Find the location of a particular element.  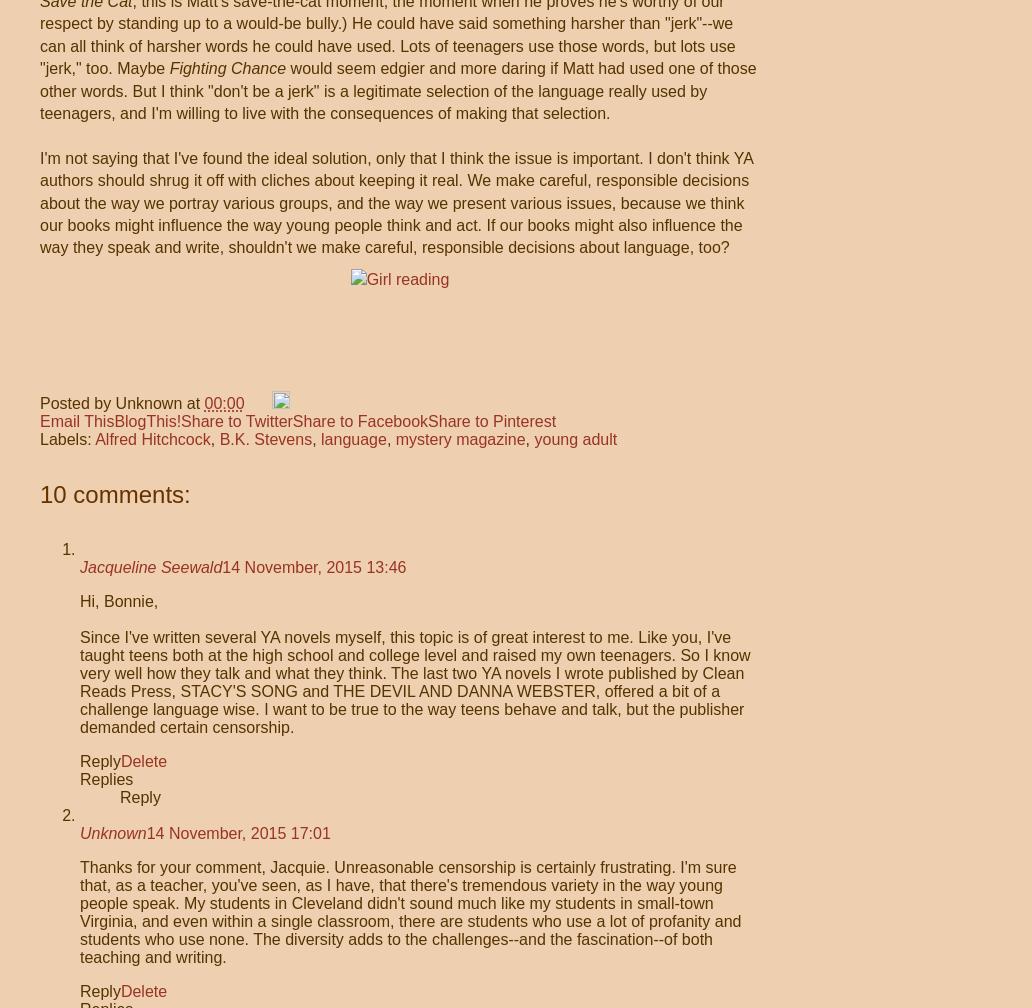

'would seem edgier and more 
daring if Matt had used one of those other words. But I think "don't be a
 jerk" is a legitimate selection of the language really used by 
teenagers, and I'm willing to live with the consequences of making that 
selection.' is located at coordinates (397, 91).